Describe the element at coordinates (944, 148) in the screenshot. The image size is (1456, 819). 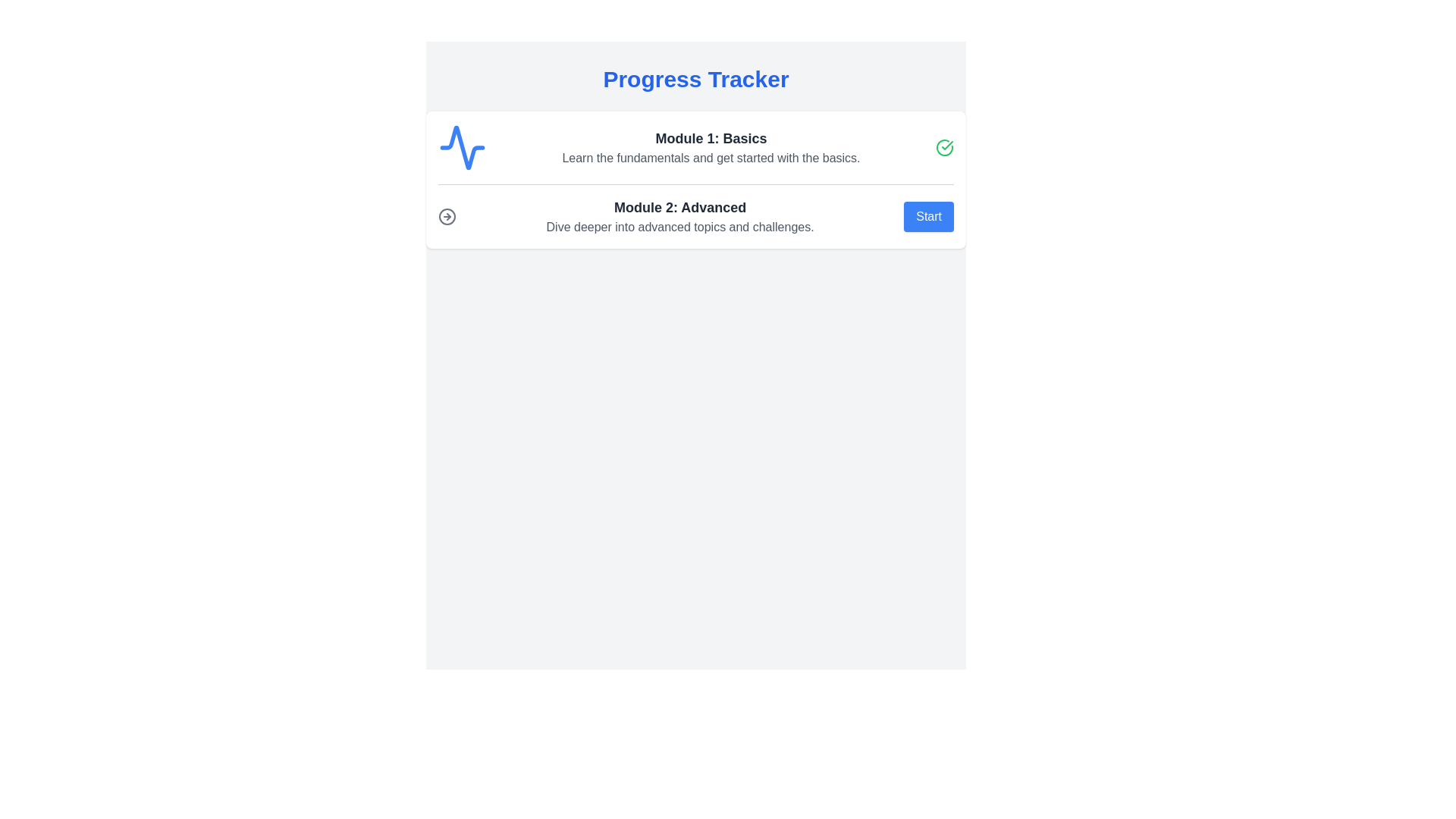
I see `the green checkmark icon within a circular border, located to the far-right of the 'Module 1: Basics' row in the Progress Tracker layout` at that location.